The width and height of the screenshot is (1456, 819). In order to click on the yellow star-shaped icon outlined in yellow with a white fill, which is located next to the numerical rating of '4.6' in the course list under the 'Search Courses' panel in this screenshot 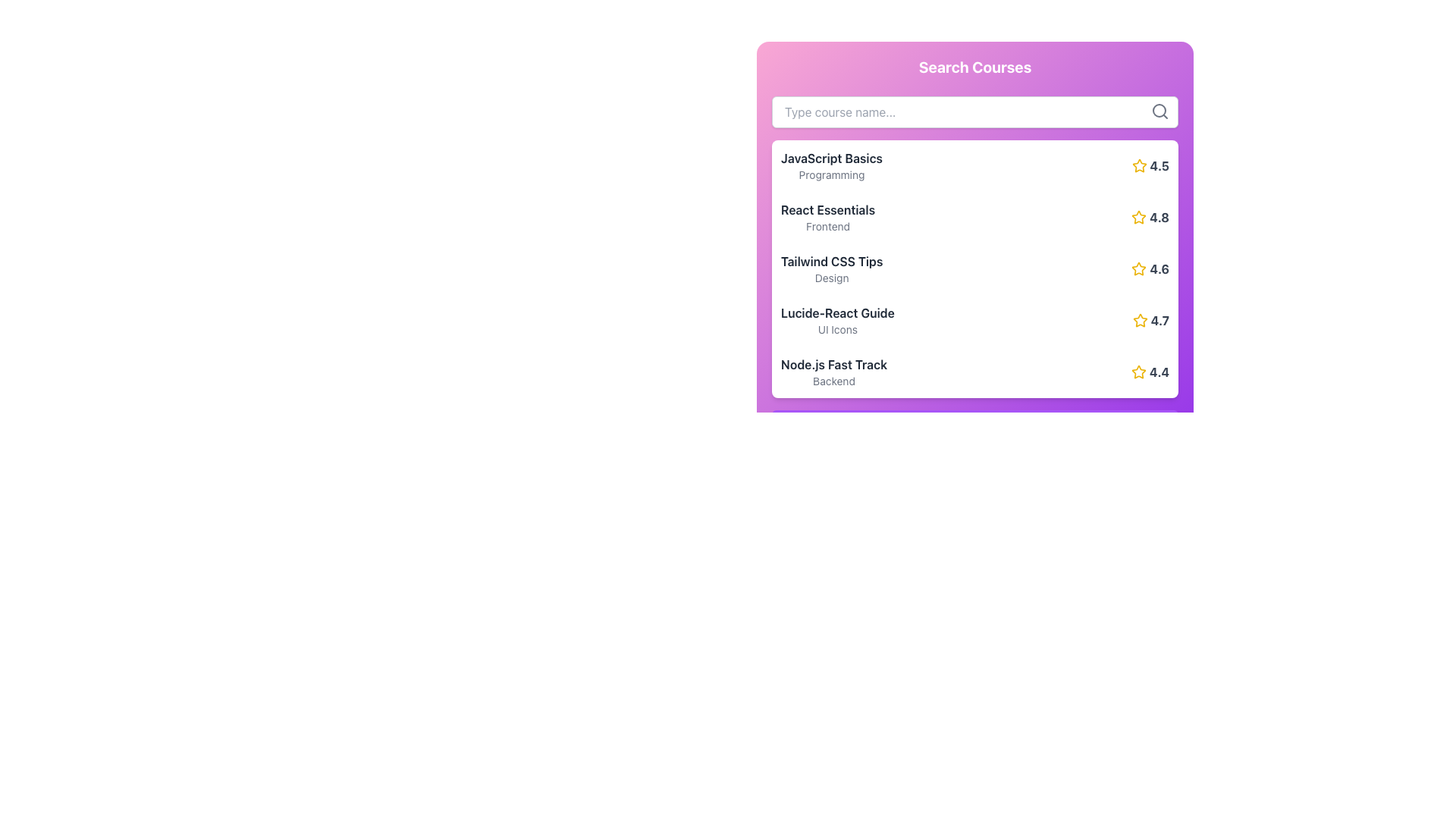, I will do `click(1139, 268)`.